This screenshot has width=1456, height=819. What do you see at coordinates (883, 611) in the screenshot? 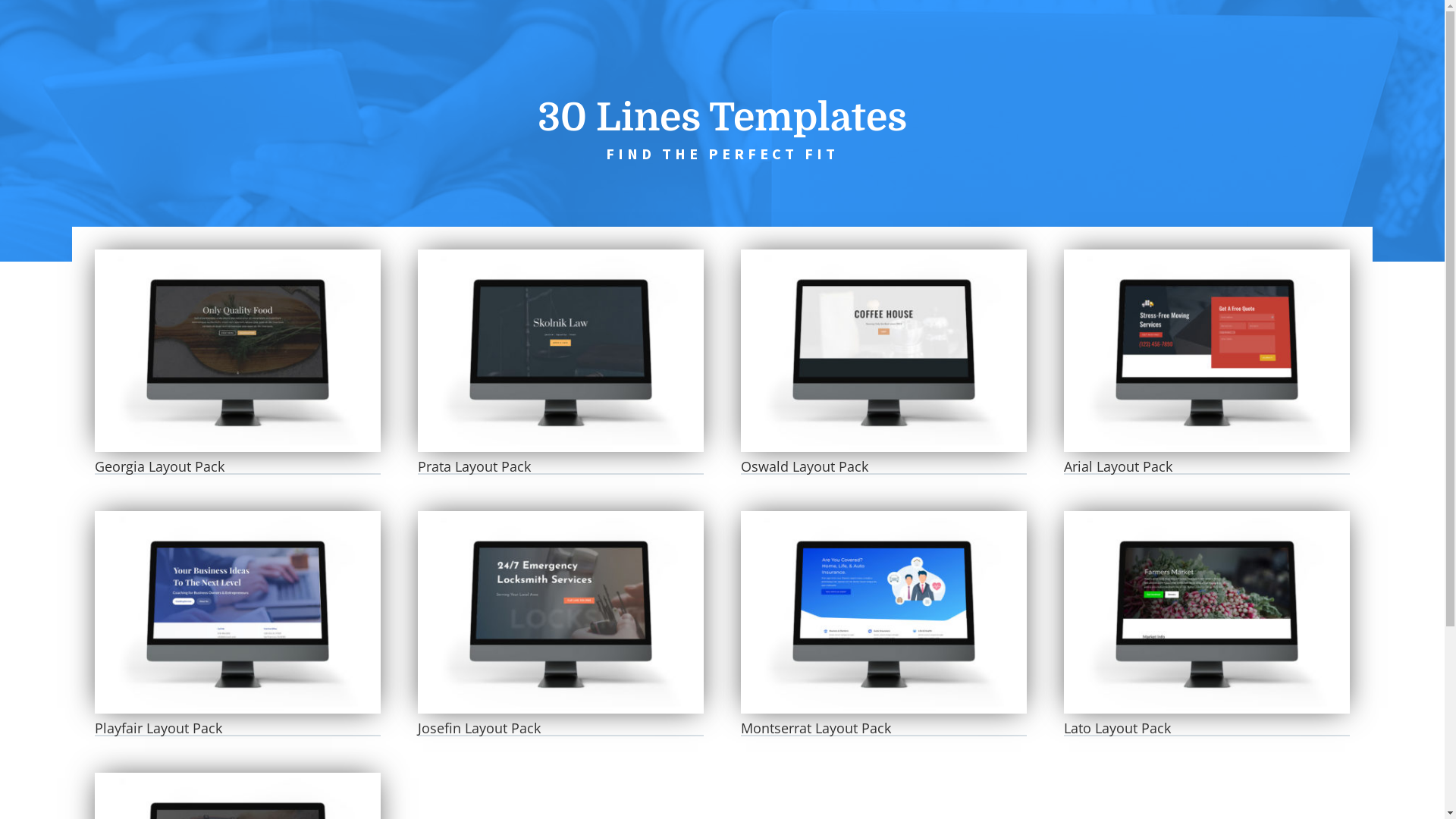
I see `'Montserrat Layout Pack'` at bounding box center [883, 611].